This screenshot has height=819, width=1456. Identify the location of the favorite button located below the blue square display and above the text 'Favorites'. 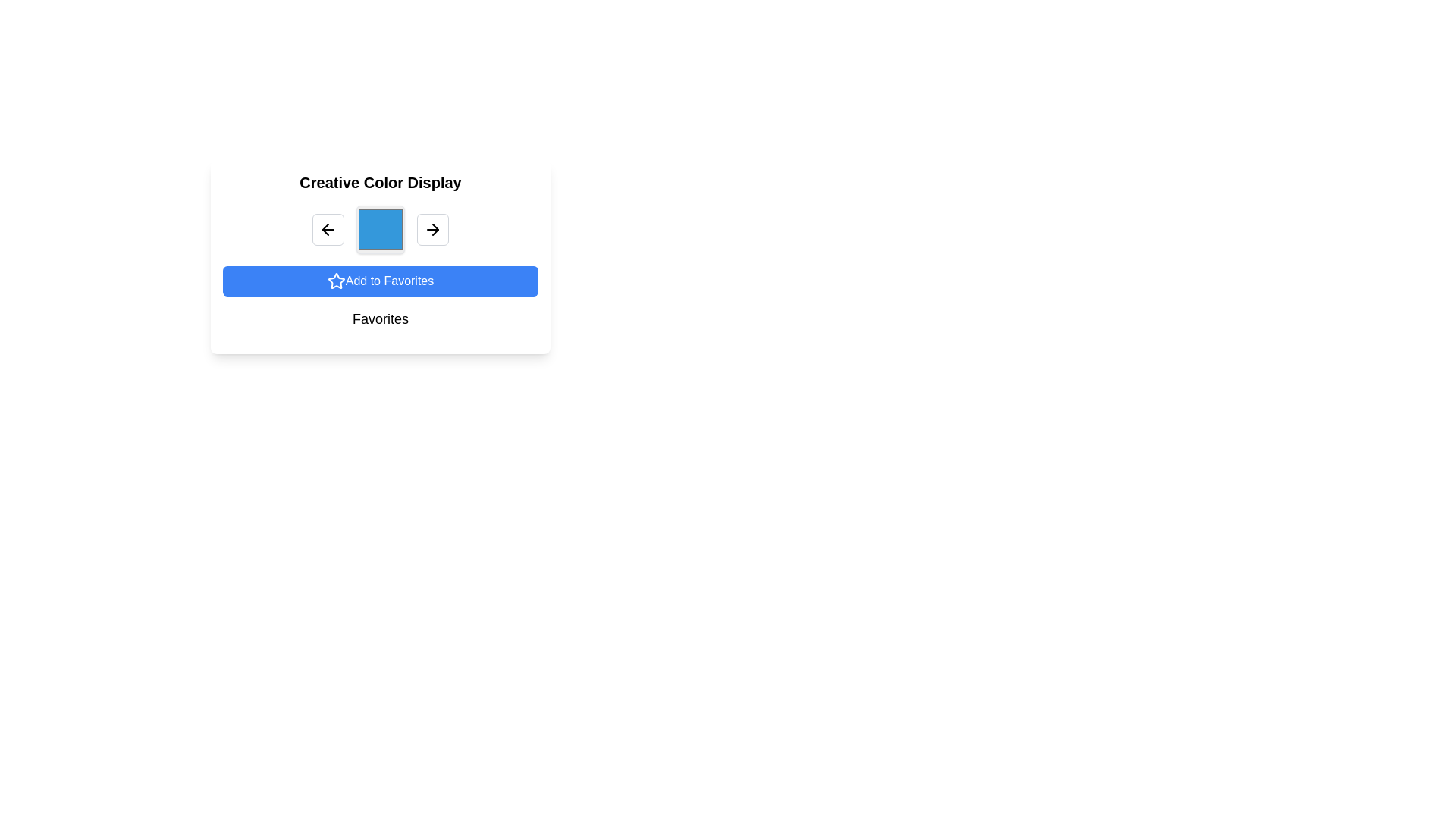
(381, 281).